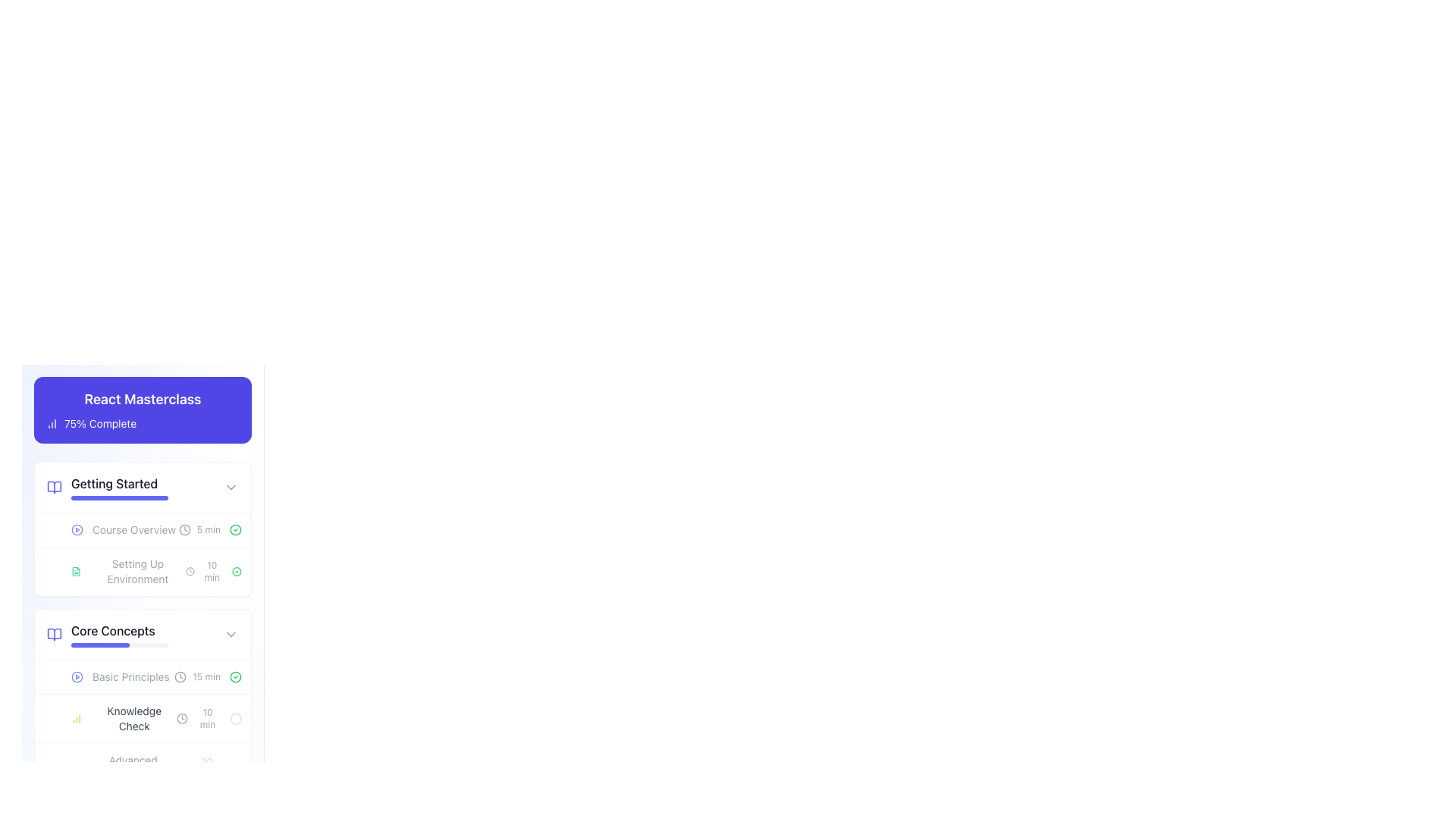 Image resolution: width=1456 pixels, height=819 pixels. Describe the element at coordinates (143, 627) in the screenshot. I see `the 'Core Concepts' section header` at that location.